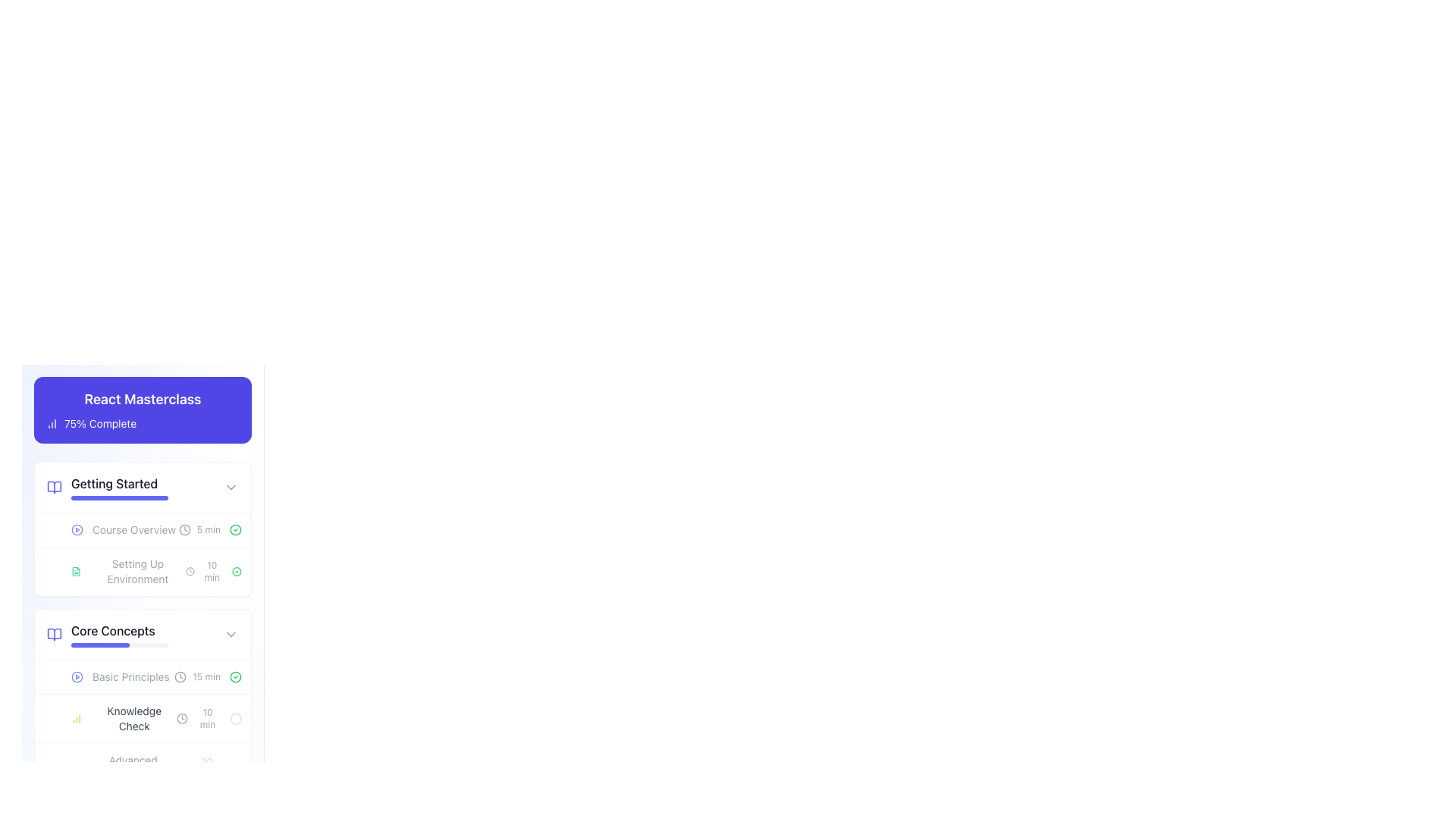 Image resolution: width=1456 pixels, height=819 pixels. Describe the element at coordinates (143, 627) in the screenshot. I see `the 'Core Concepts' section header` at that location.